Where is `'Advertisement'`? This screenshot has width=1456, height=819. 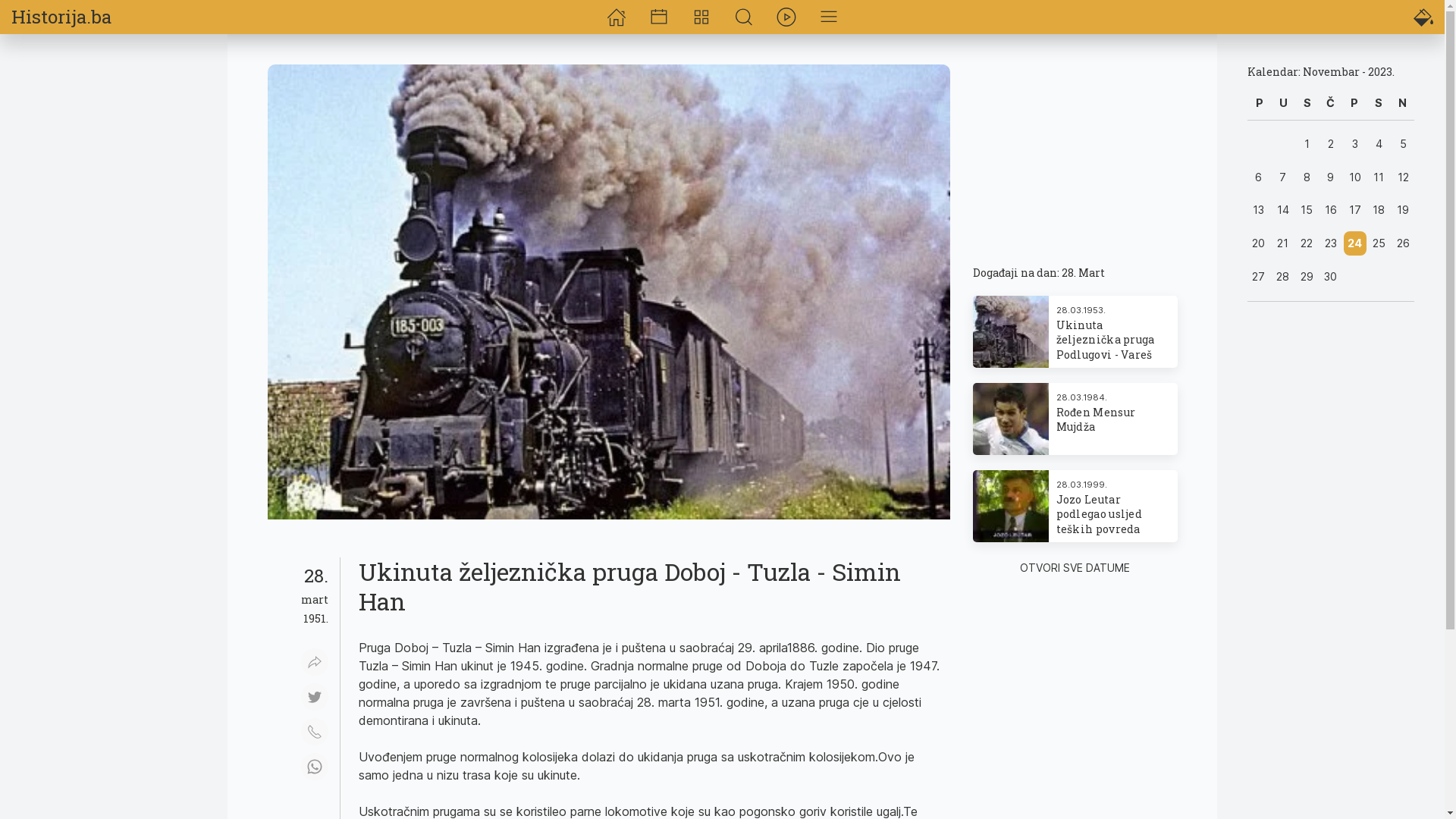
'Advertisement' is located at coordinates (1073, 149).